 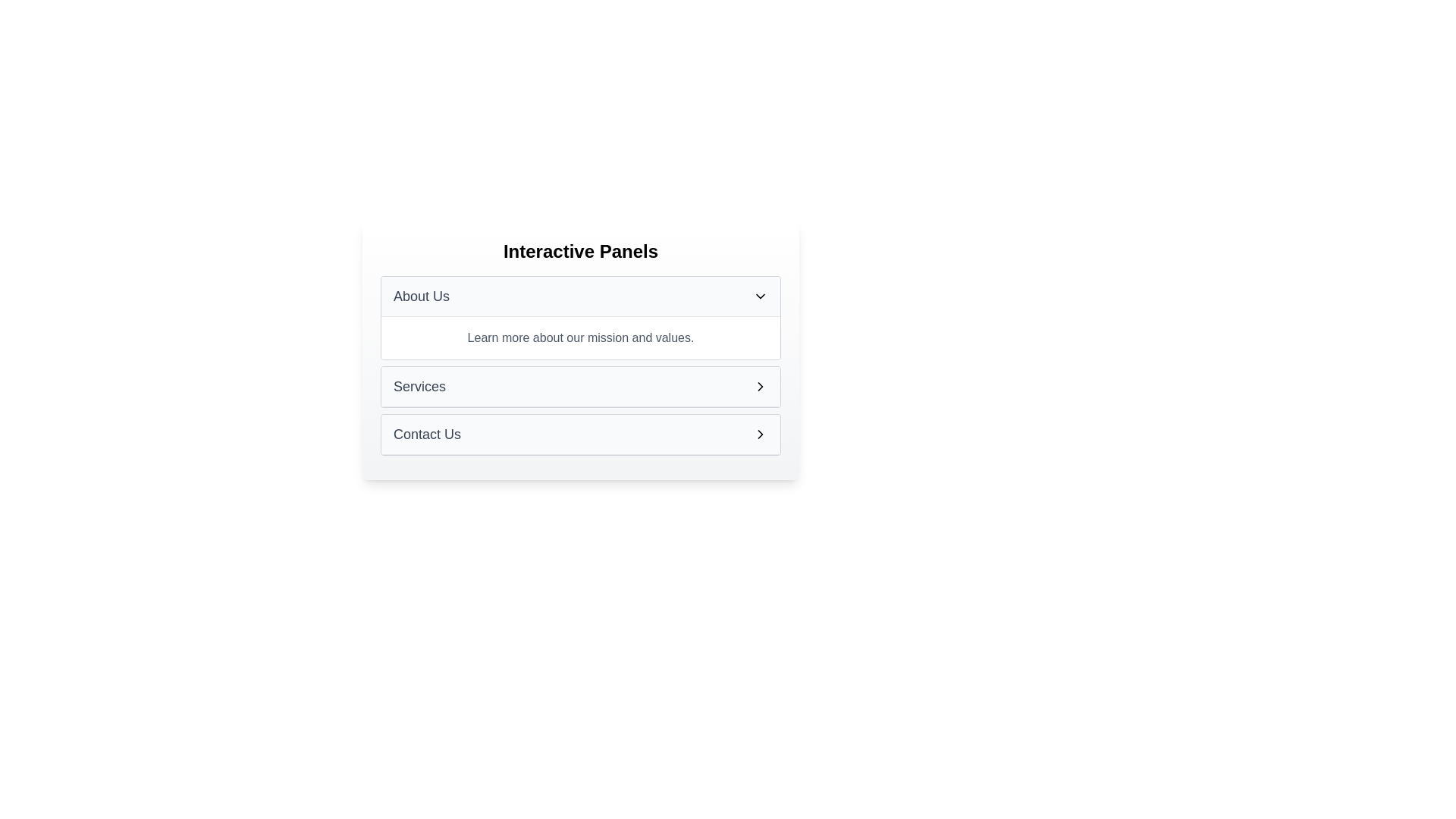 I want to click on the chevron icon located in the bottom-right corner of the 'Contact Us' menu option, so click(x=761, y=435).